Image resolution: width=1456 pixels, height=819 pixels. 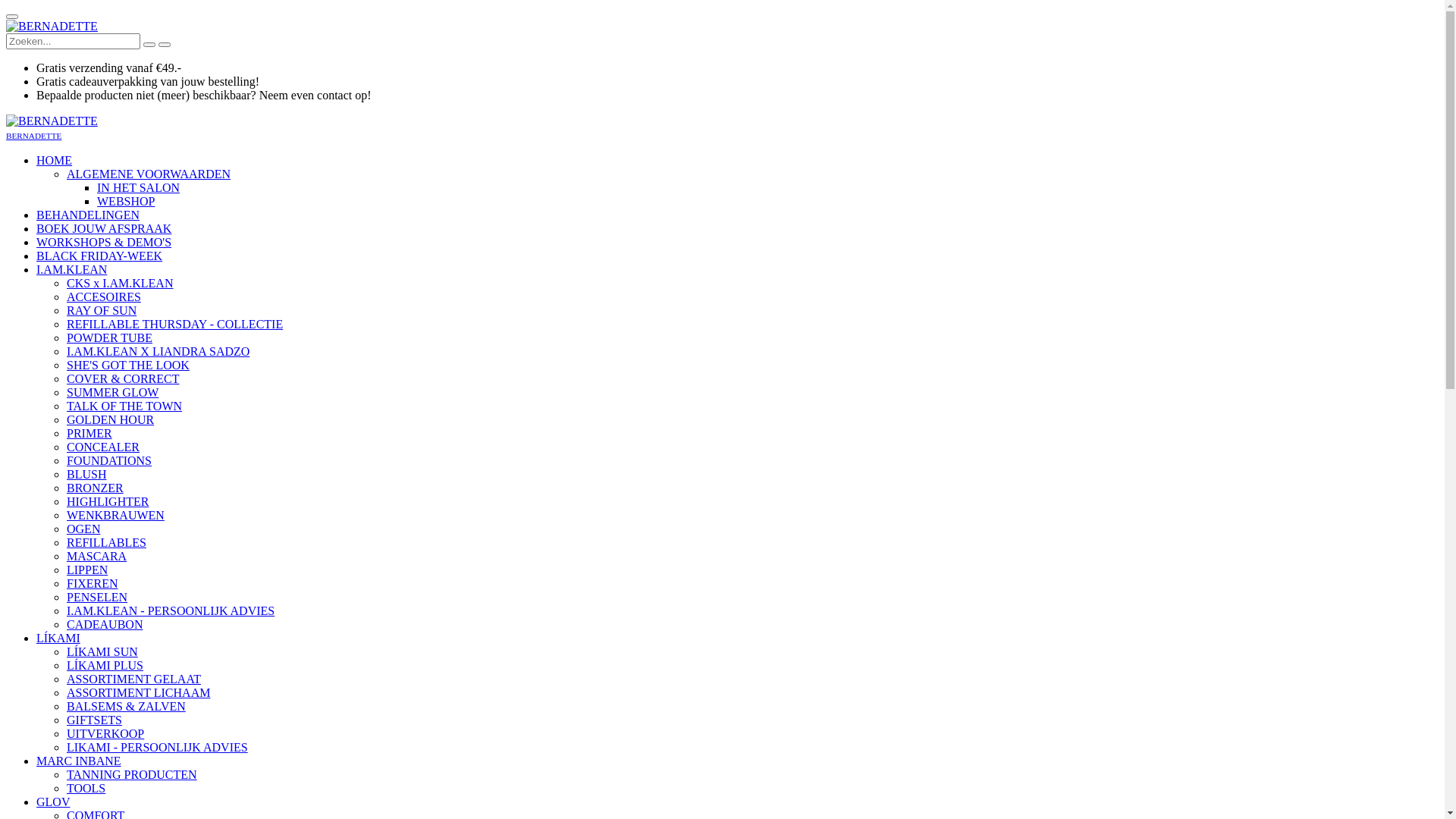 What do you see at coordinates (158, 351) in the screenshot?
I see `'I.AM.KLEAN X LIANDRA SADZO'` at bounding box center [158, 351].